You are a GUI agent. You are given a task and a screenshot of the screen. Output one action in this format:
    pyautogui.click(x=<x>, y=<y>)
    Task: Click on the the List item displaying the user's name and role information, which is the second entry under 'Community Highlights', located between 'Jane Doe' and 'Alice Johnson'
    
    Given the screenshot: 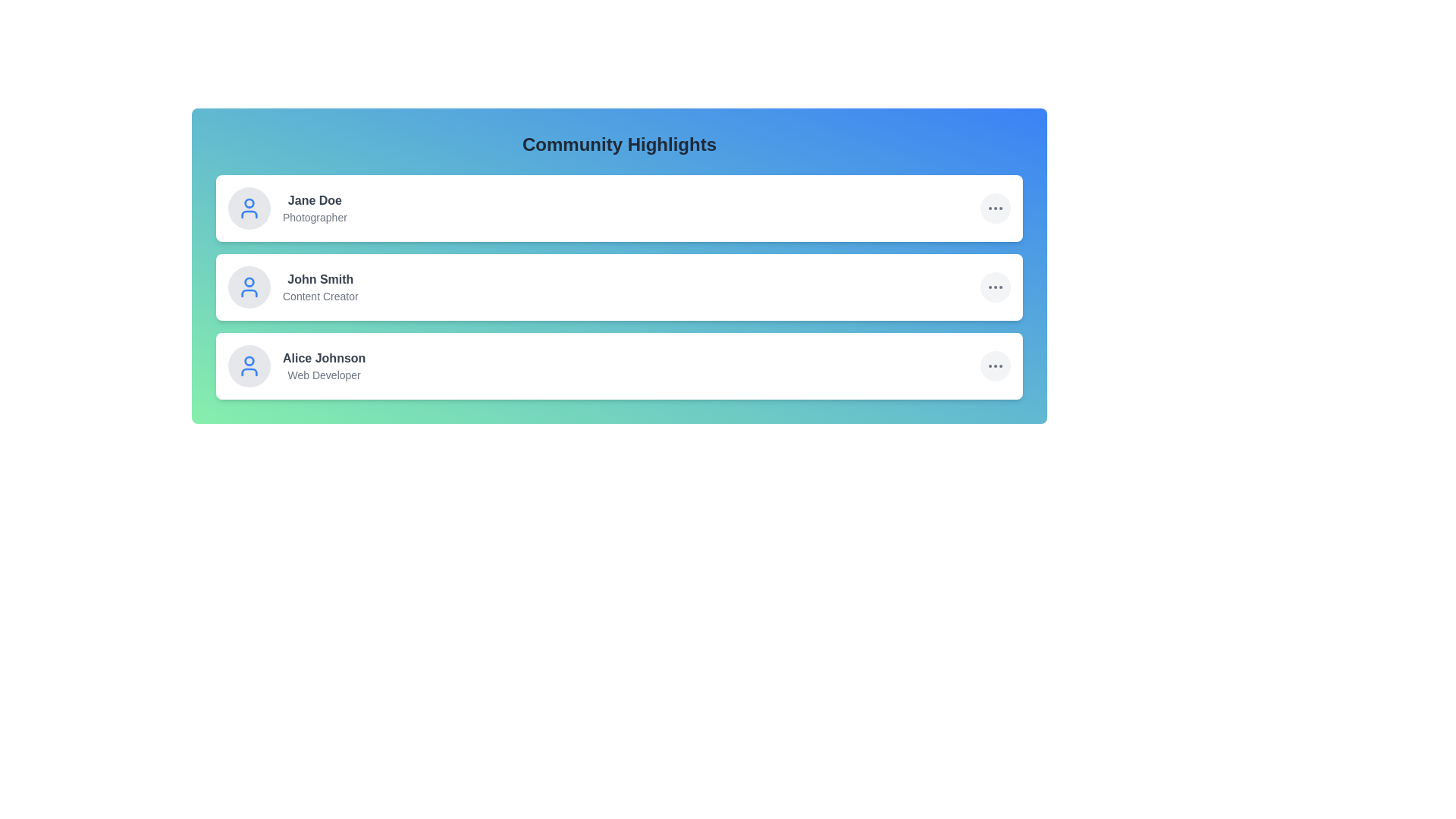 What is the action you would take?
    pyautogui.click(x=293, y=287)
    